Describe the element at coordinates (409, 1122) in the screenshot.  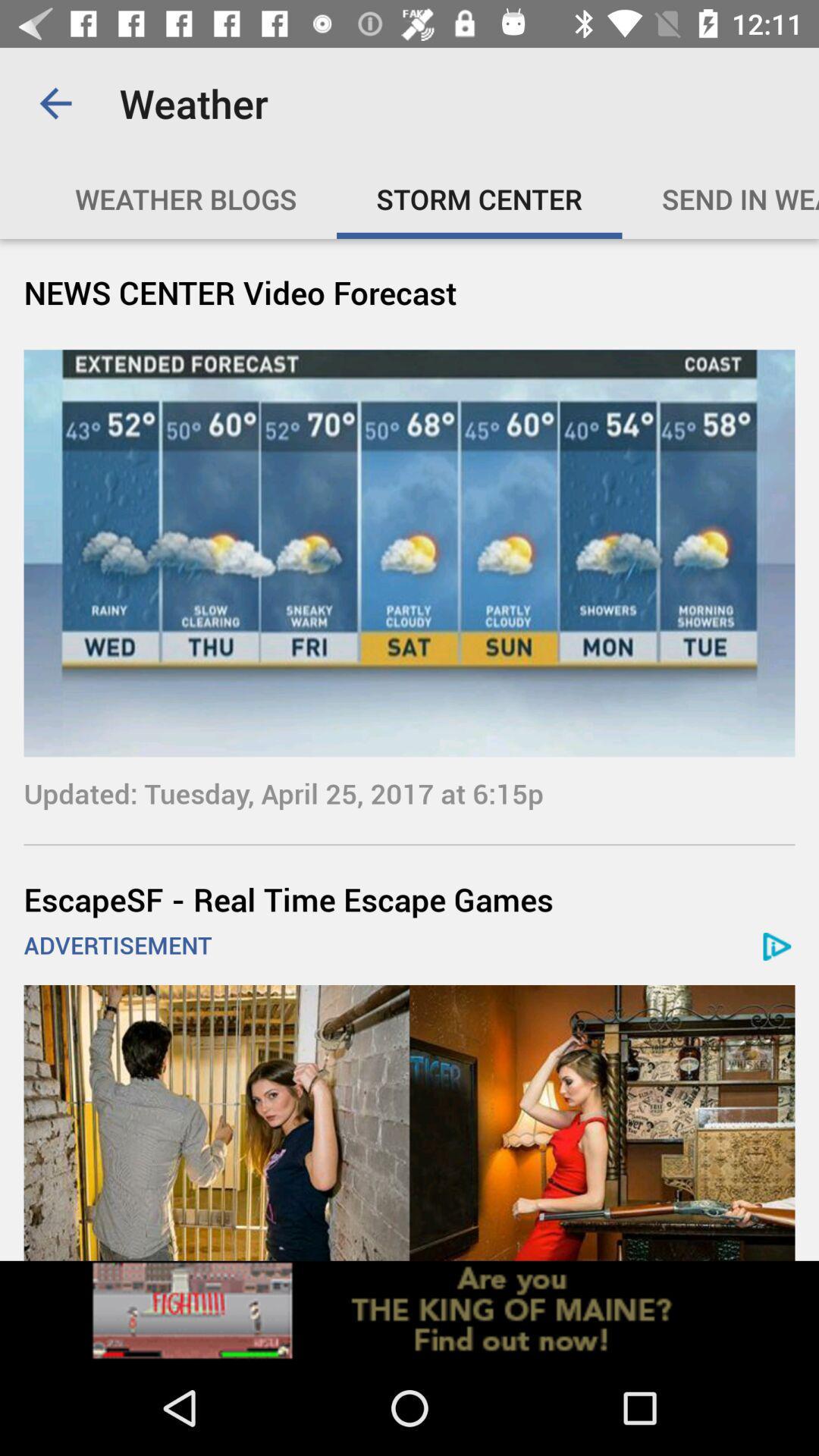
I see `bottom advertisement` at that location.